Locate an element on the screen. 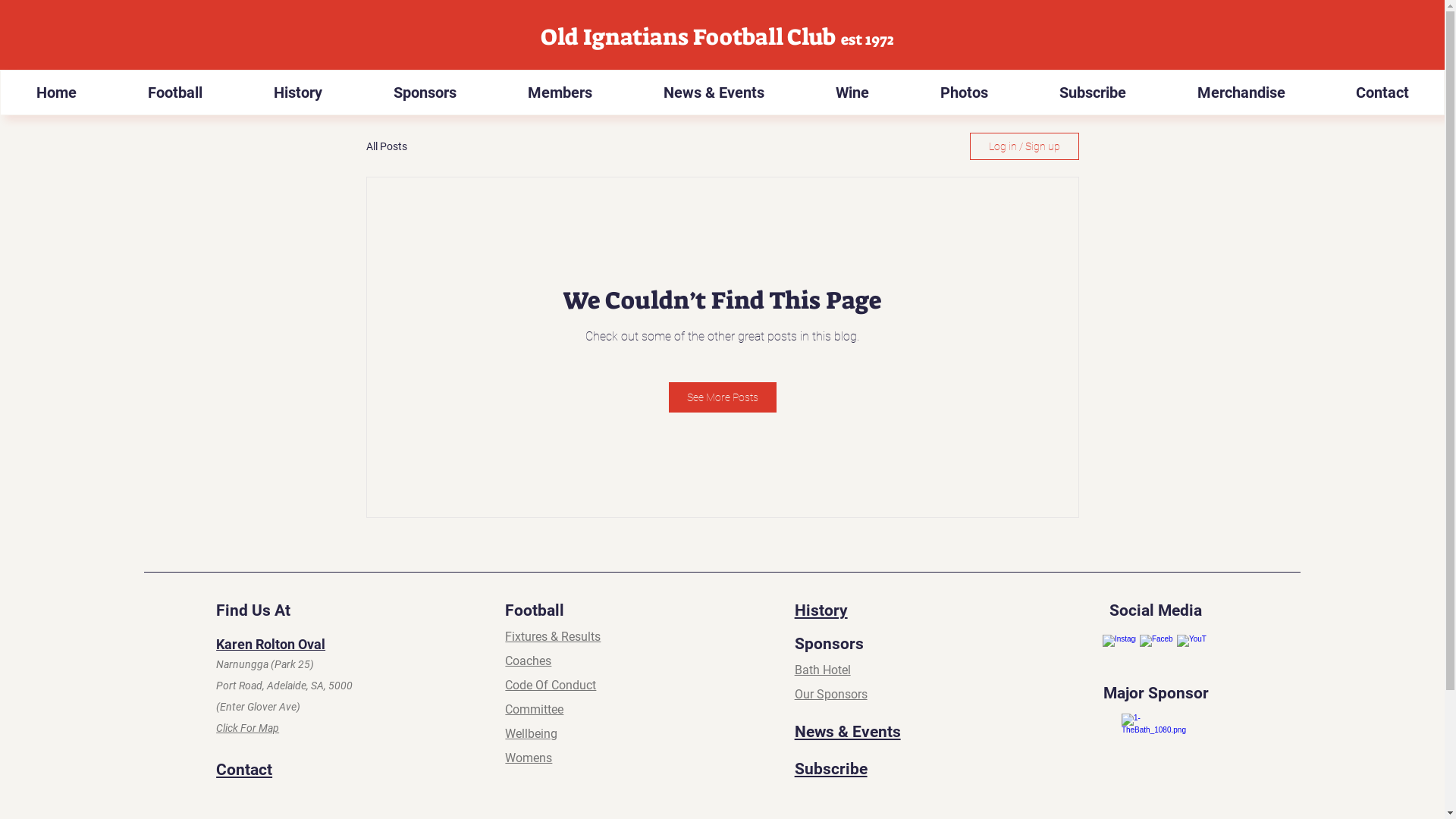  'Contact' is located at coordinates (1382, 93).